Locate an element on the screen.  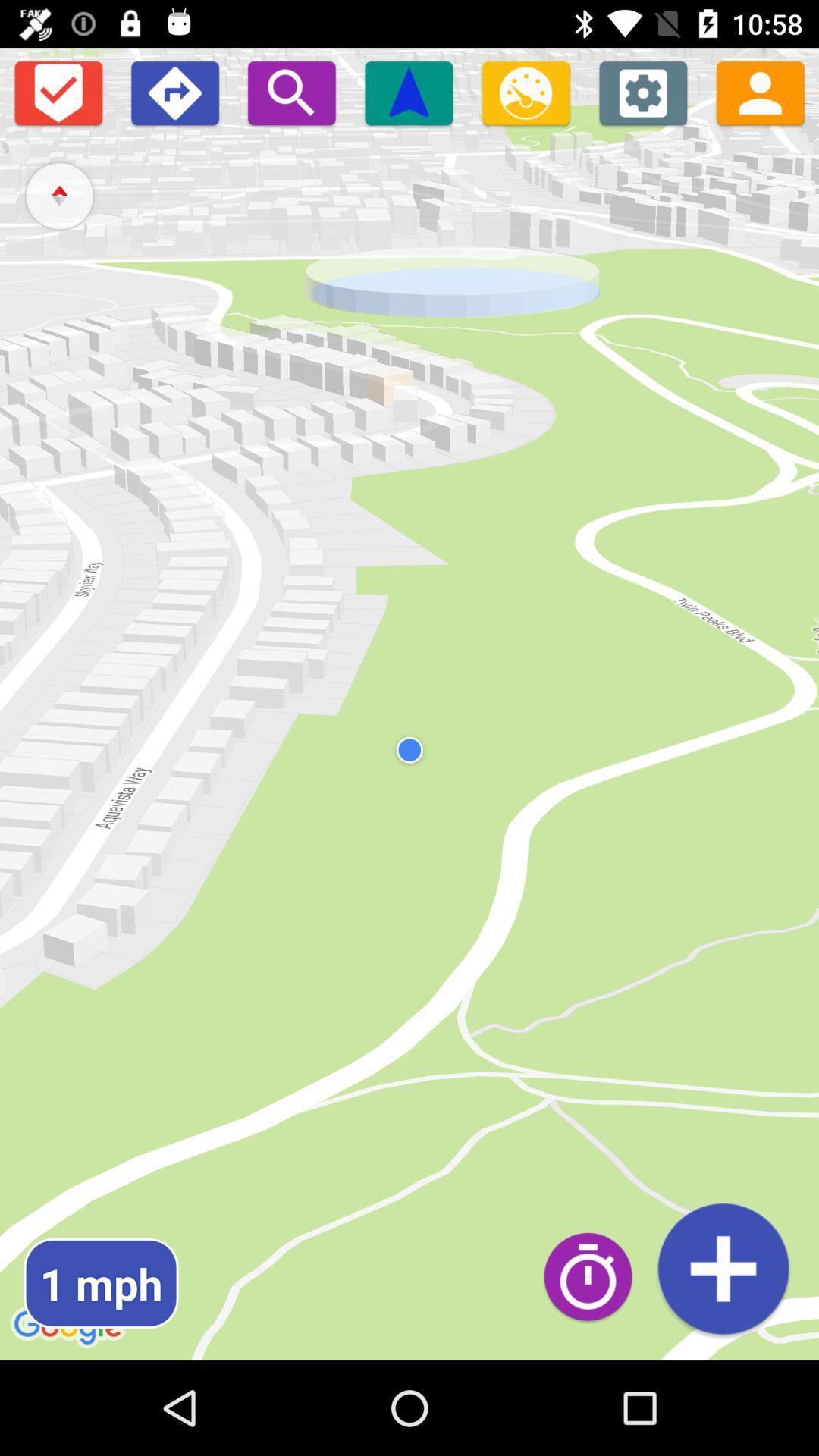
settings is located at coordinates (643, 92).